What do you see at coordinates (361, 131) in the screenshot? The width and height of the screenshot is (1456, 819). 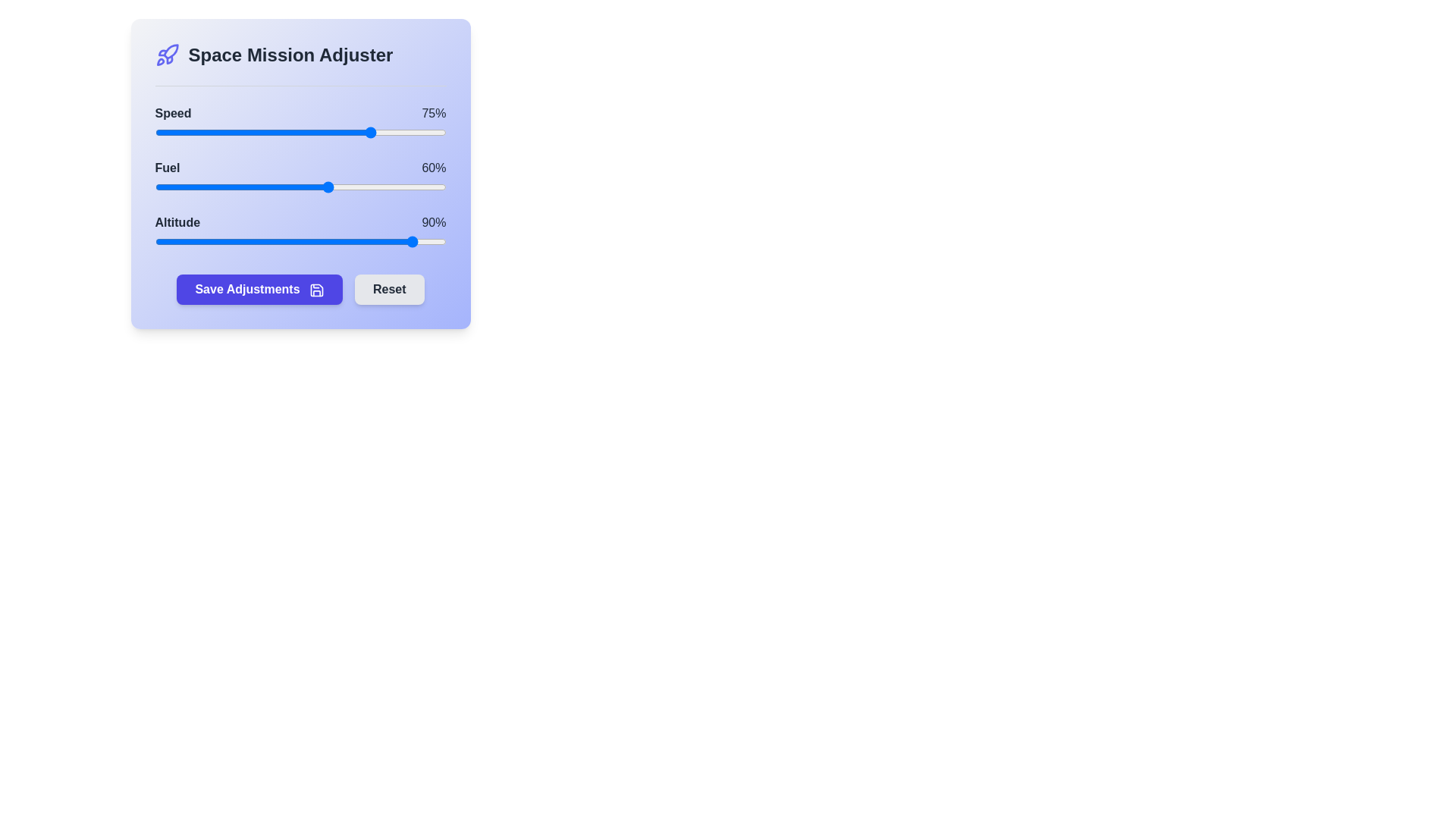 I see `the 0 slider to 71%` at bounding box center [361, 131].